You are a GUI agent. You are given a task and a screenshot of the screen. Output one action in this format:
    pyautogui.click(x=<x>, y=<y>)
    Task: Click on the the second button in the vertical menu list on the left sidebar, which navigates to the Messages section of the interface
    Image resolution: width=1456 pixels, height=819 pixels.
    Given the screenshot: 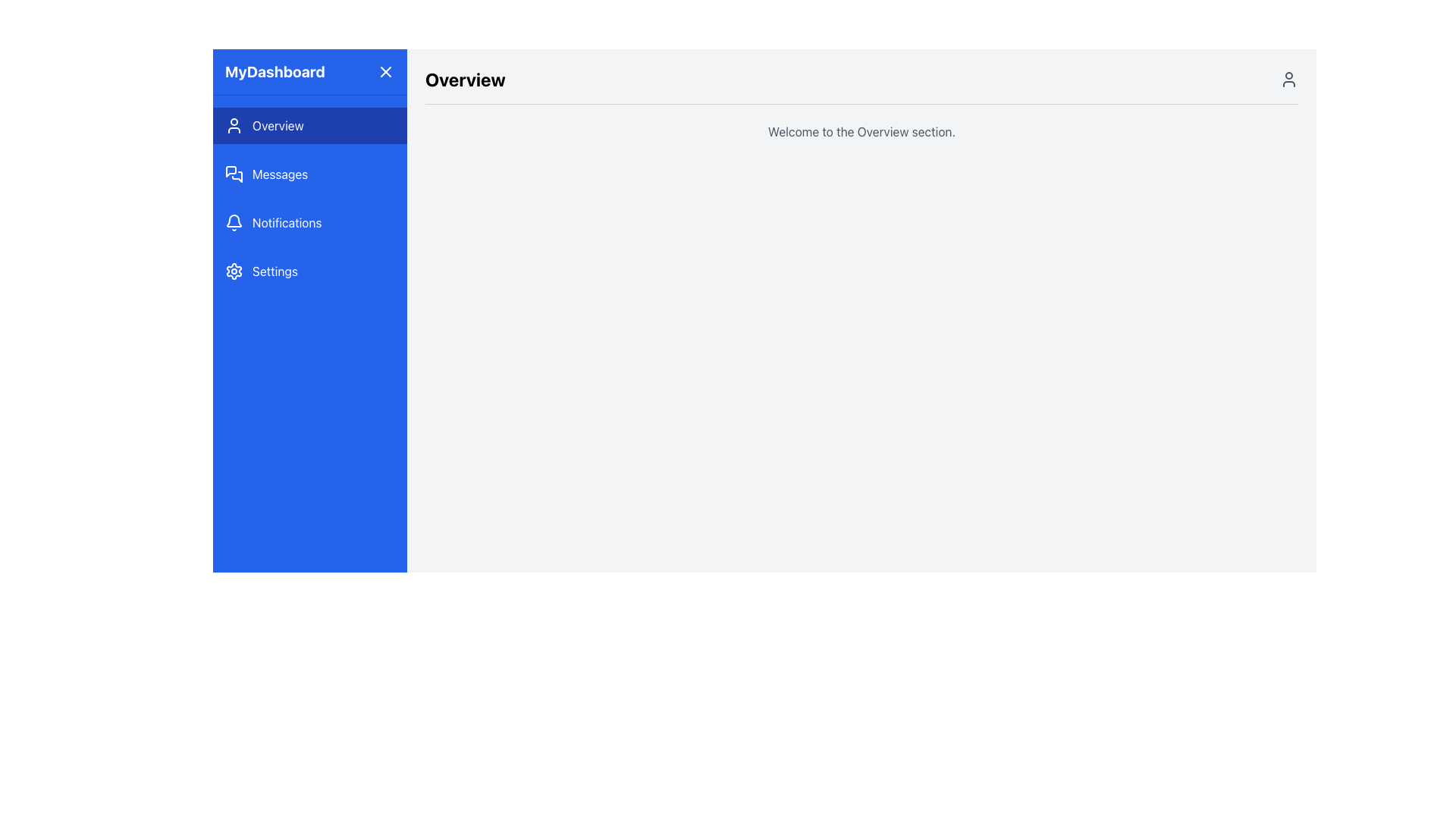 What is the action you would take?
    pyautogui.click(x=309, y=174)
    